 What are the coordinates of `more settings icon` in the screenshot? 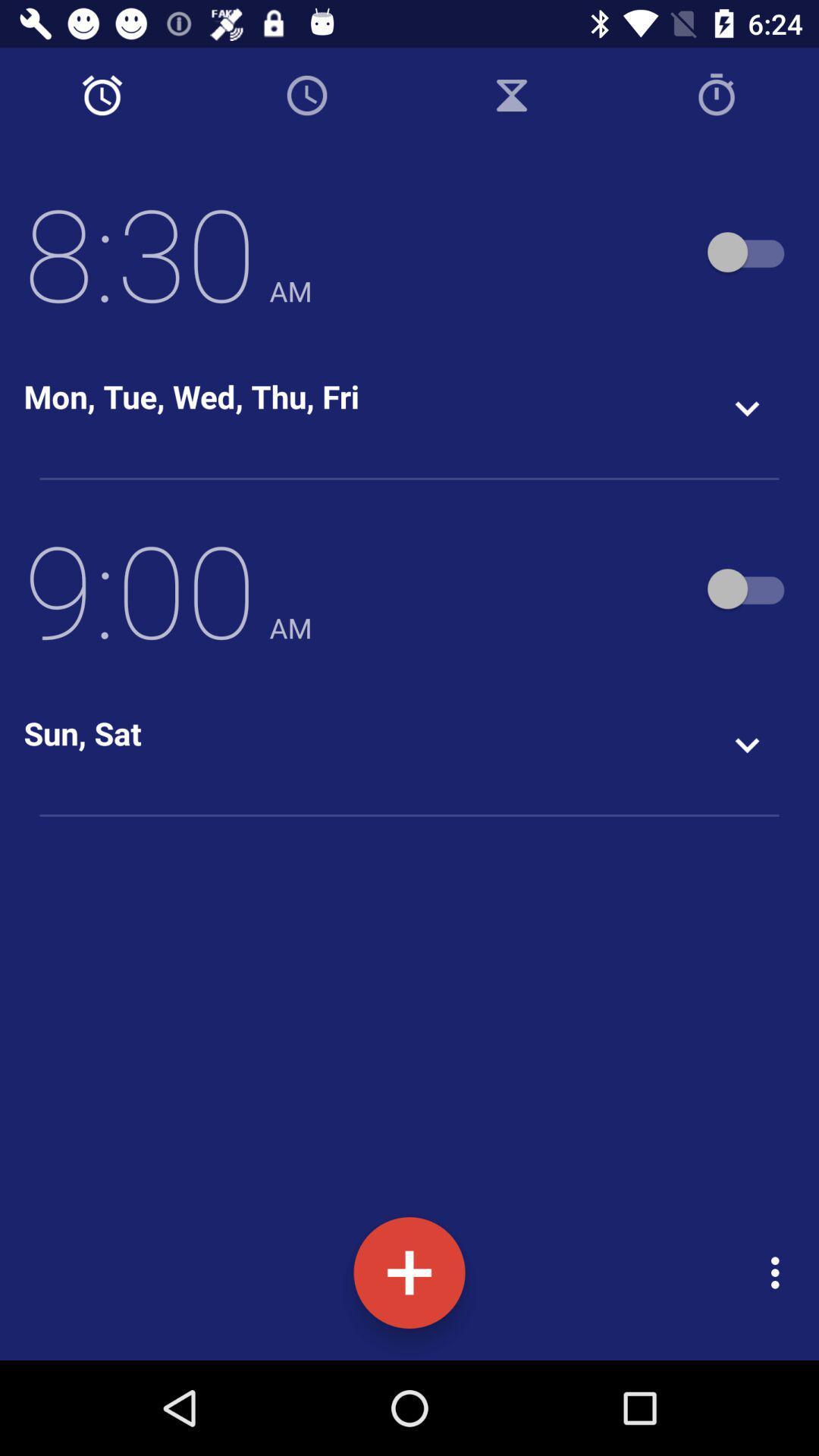 It's located at (779, 1273).